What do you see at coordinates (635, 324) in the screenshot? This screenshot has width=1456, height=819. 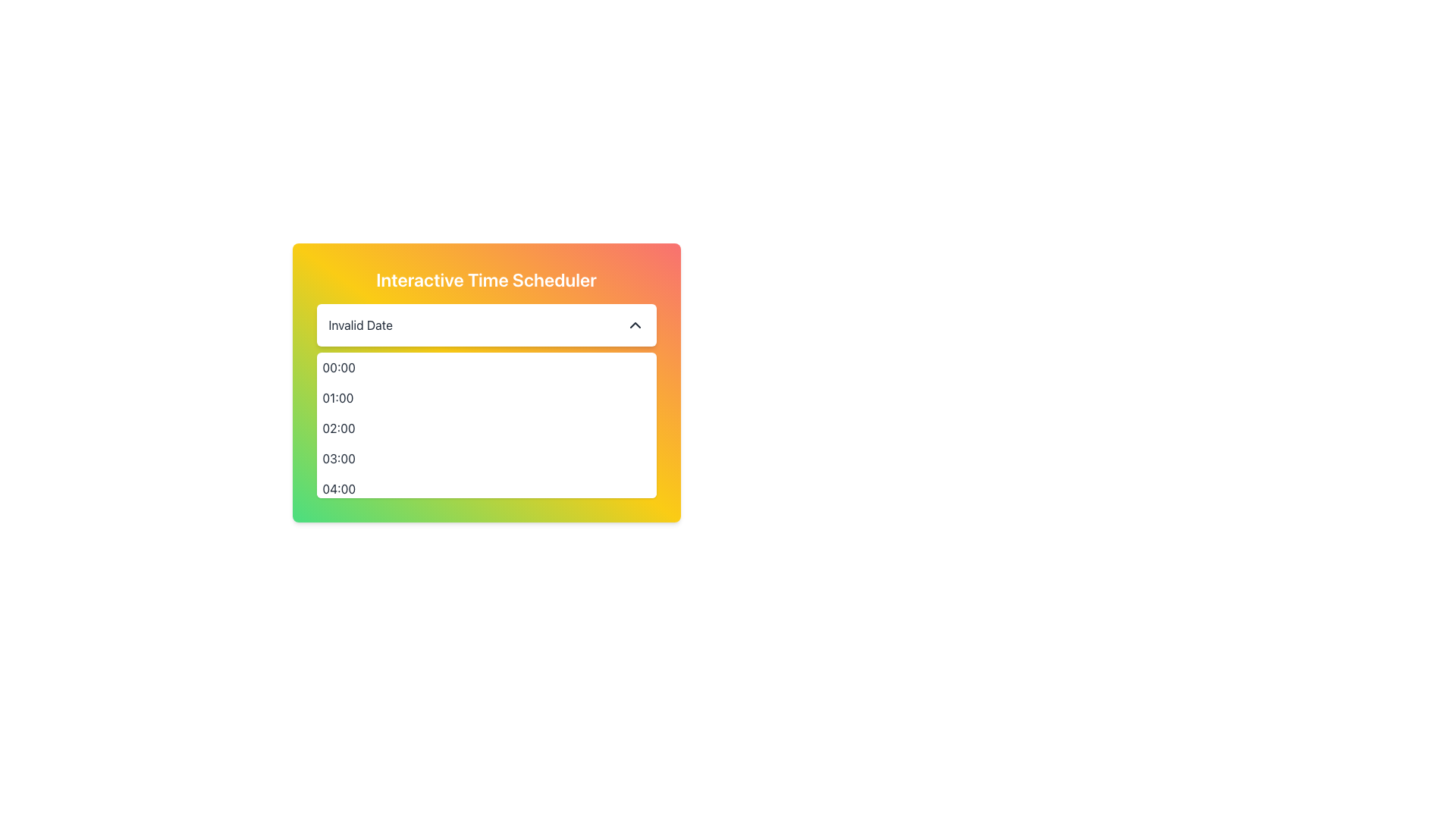 I see `the downward-pointing chevron icon located to the right of the 'Invalid Date' text within the colorful interface` at bounding box center [635, 324].